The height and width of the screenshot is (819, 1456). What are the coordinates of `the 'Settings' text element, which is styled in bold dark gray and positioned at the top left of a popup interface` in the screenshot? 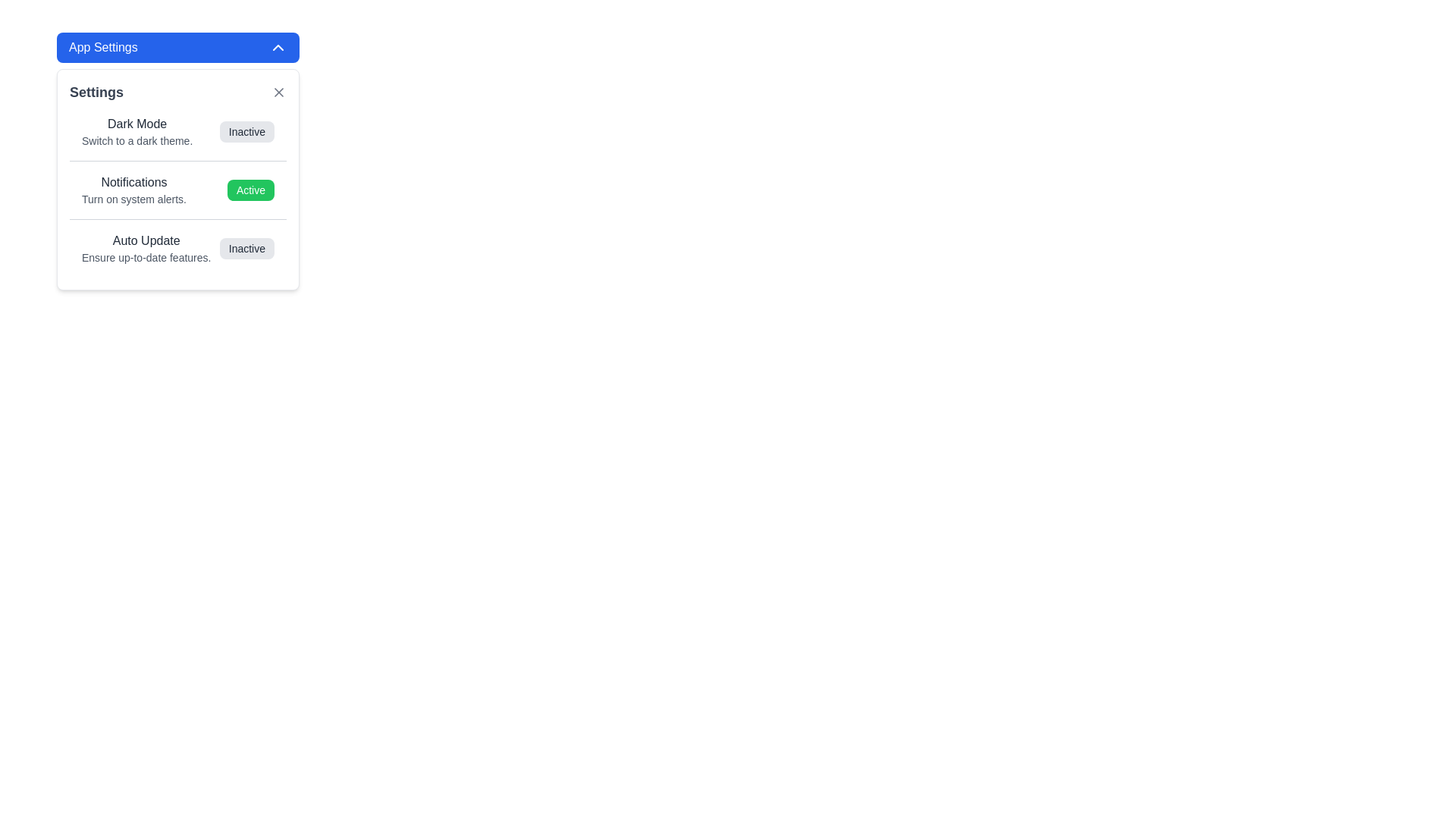 It's located at (96, 93).